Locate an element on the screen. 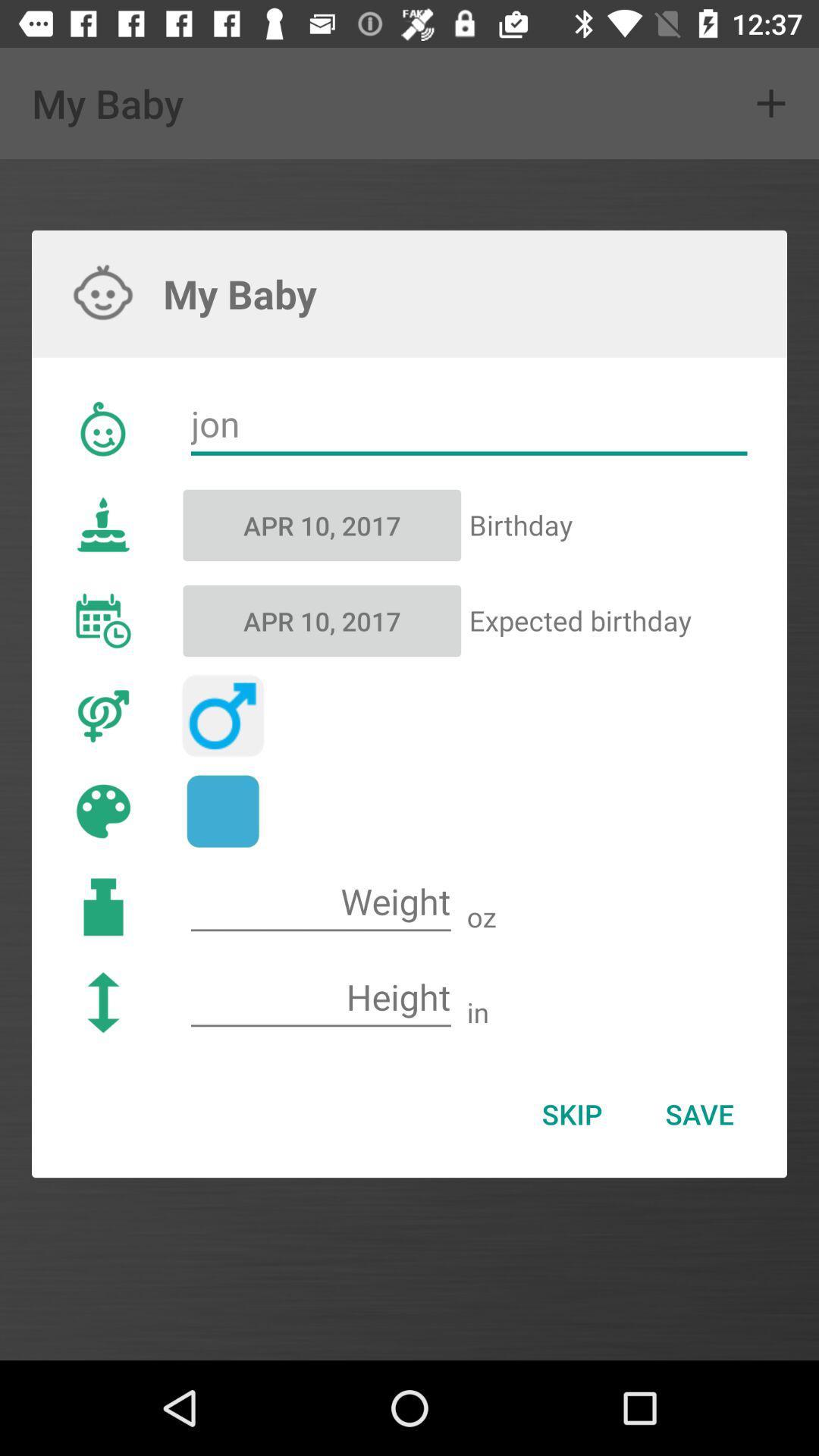  the jon item is located at coordinates (468, 425).